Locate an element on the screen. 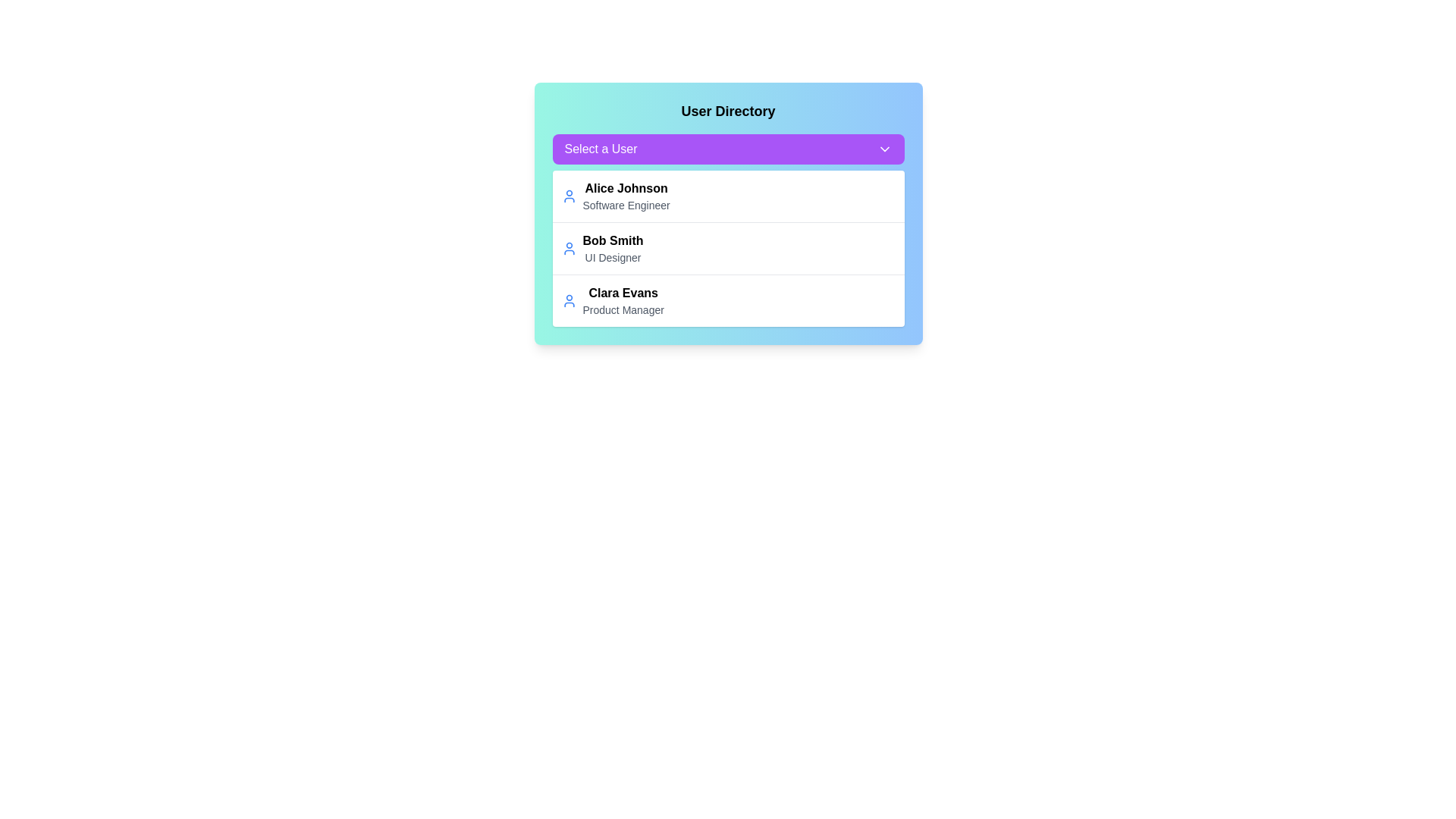 This screenshot has height=819, width=1456. the text display showing 'Bob Smith', which is the second item in the 'Select a User' dropdown under the 'User Directory' card is located at coordinates (613, 240).